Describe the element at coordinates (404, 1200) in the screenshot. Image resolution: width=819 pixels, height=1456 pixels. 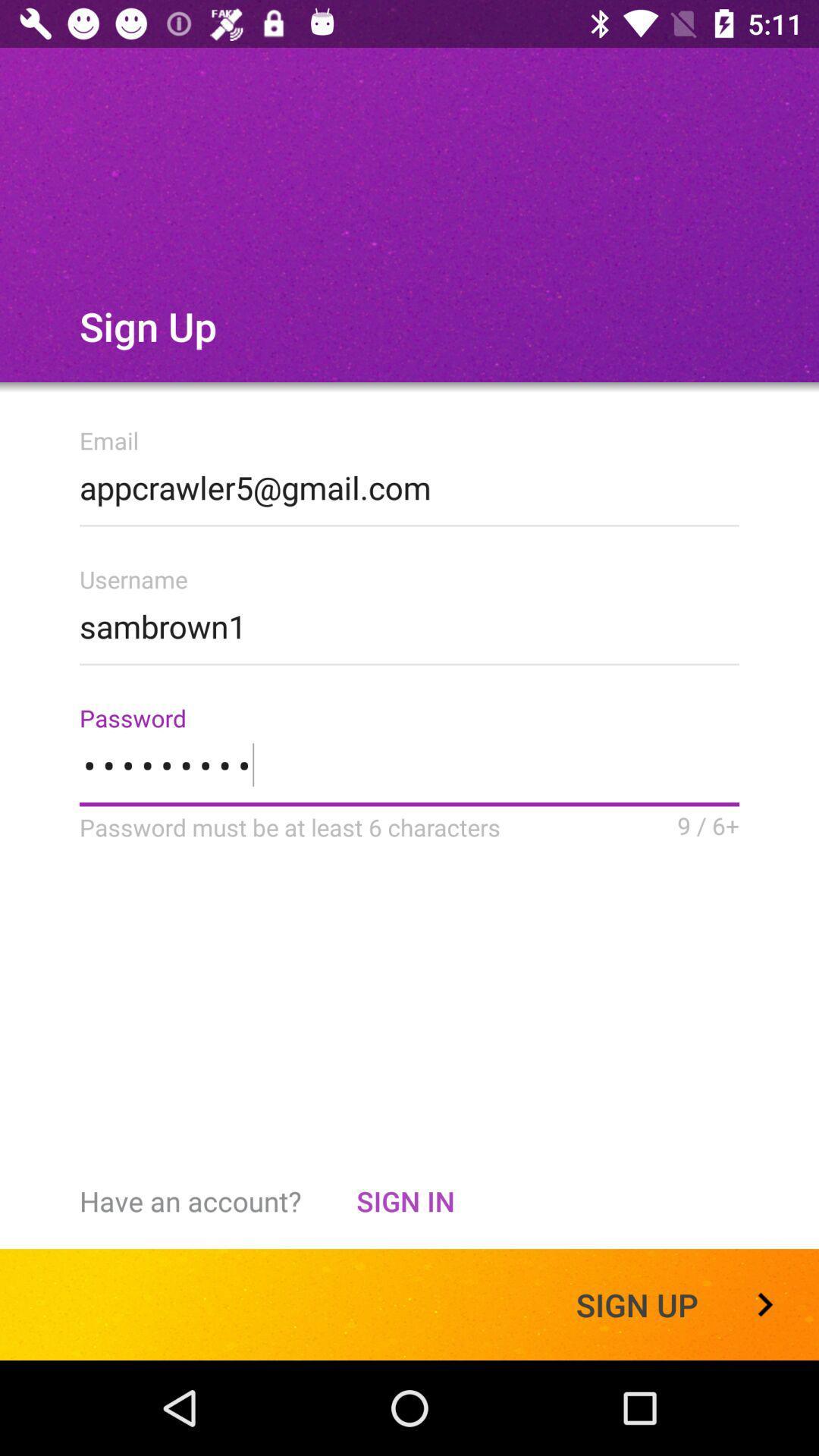
I see `item next to the sign up icon` at that location.